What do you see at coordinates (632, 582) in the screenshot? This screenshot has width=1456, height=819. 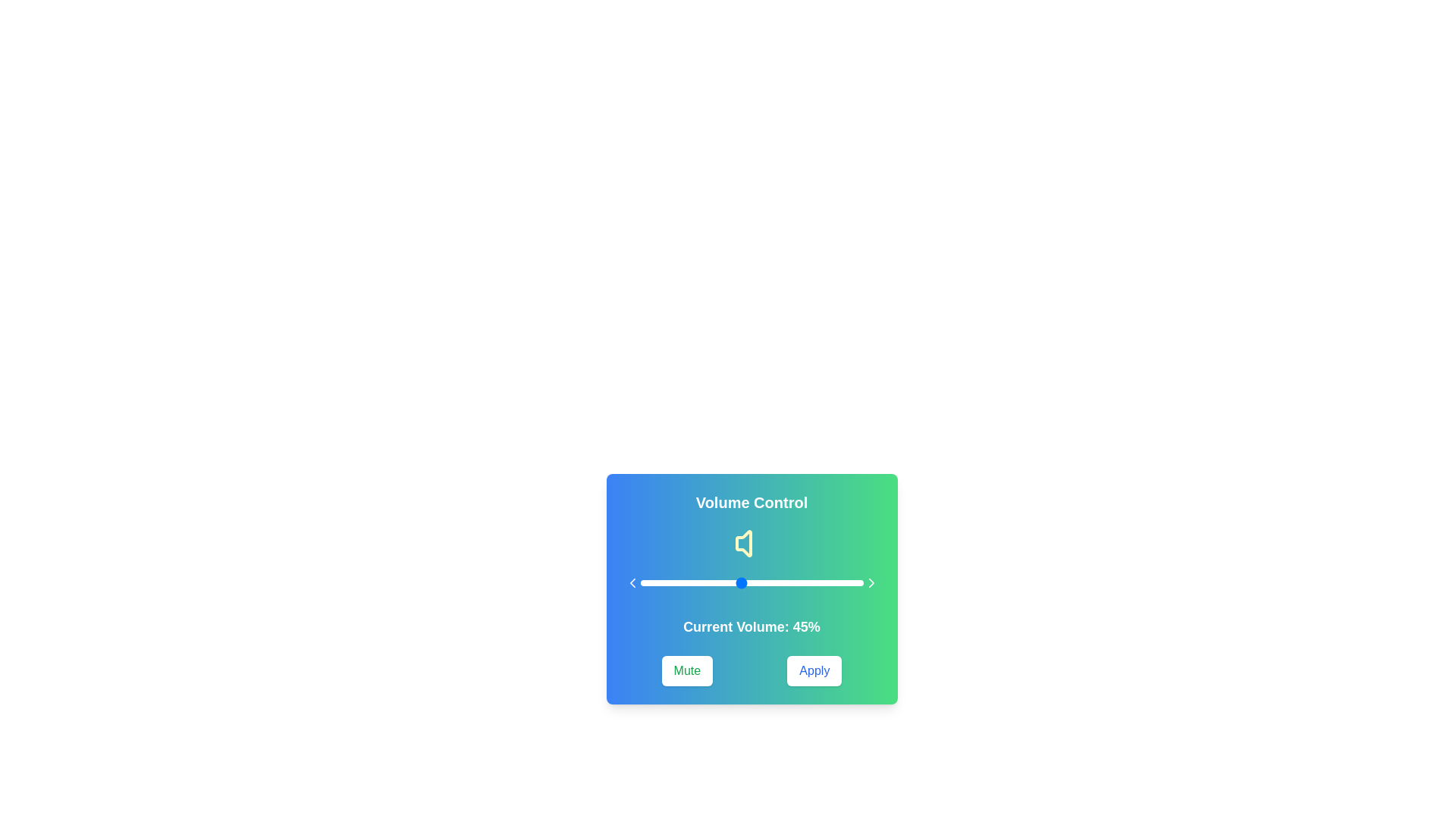 I see `the left chevron button to decrease the volume` at bounding box center [632, 582].